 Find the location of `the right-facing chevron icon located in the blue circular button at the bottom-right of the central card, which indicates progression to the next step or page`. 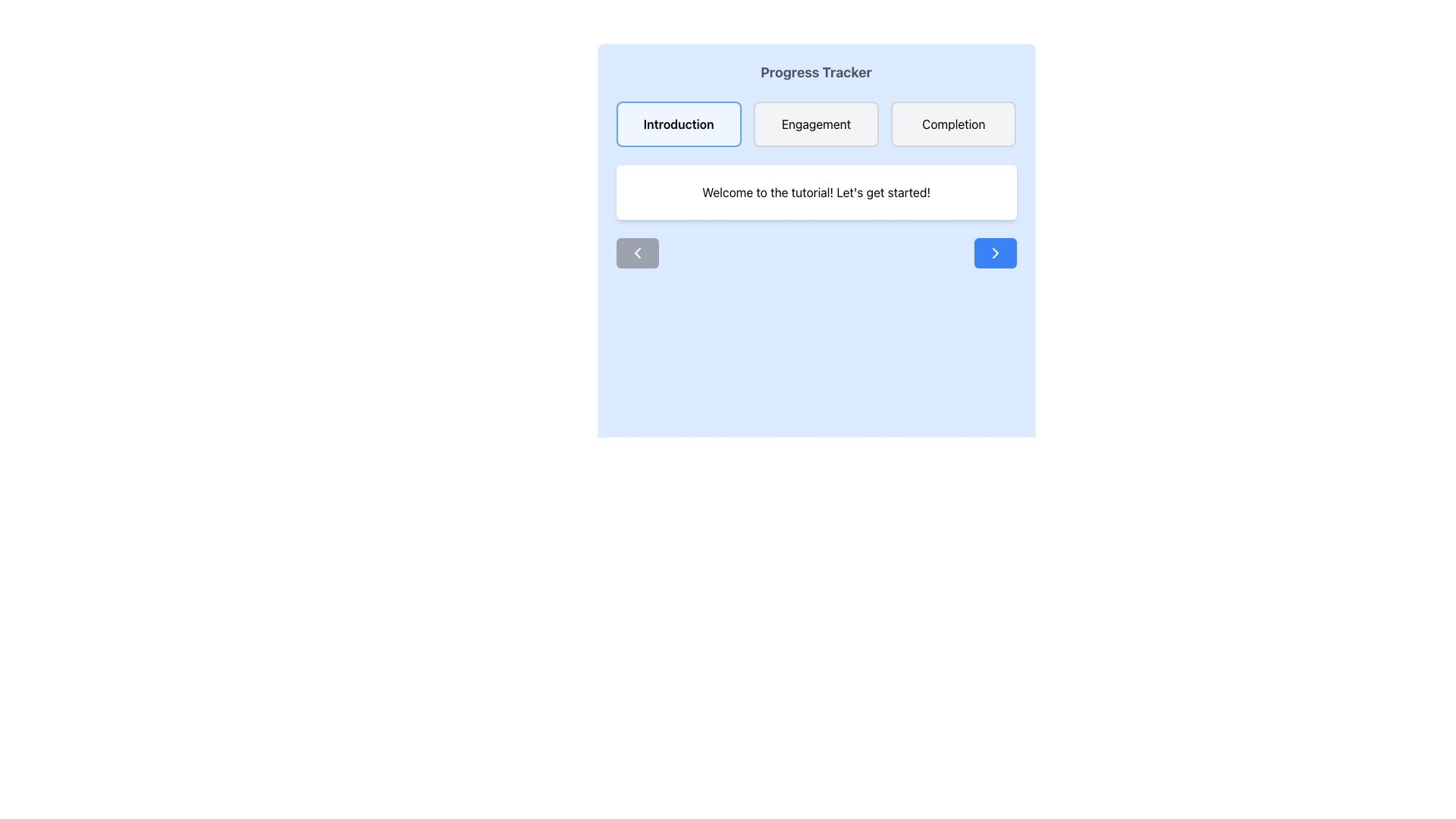

the right-facing chevron icon located in the blue circular button at the bottom-right of the central card, which indicates progression to the next step or page is located at coordinates (995, 253).